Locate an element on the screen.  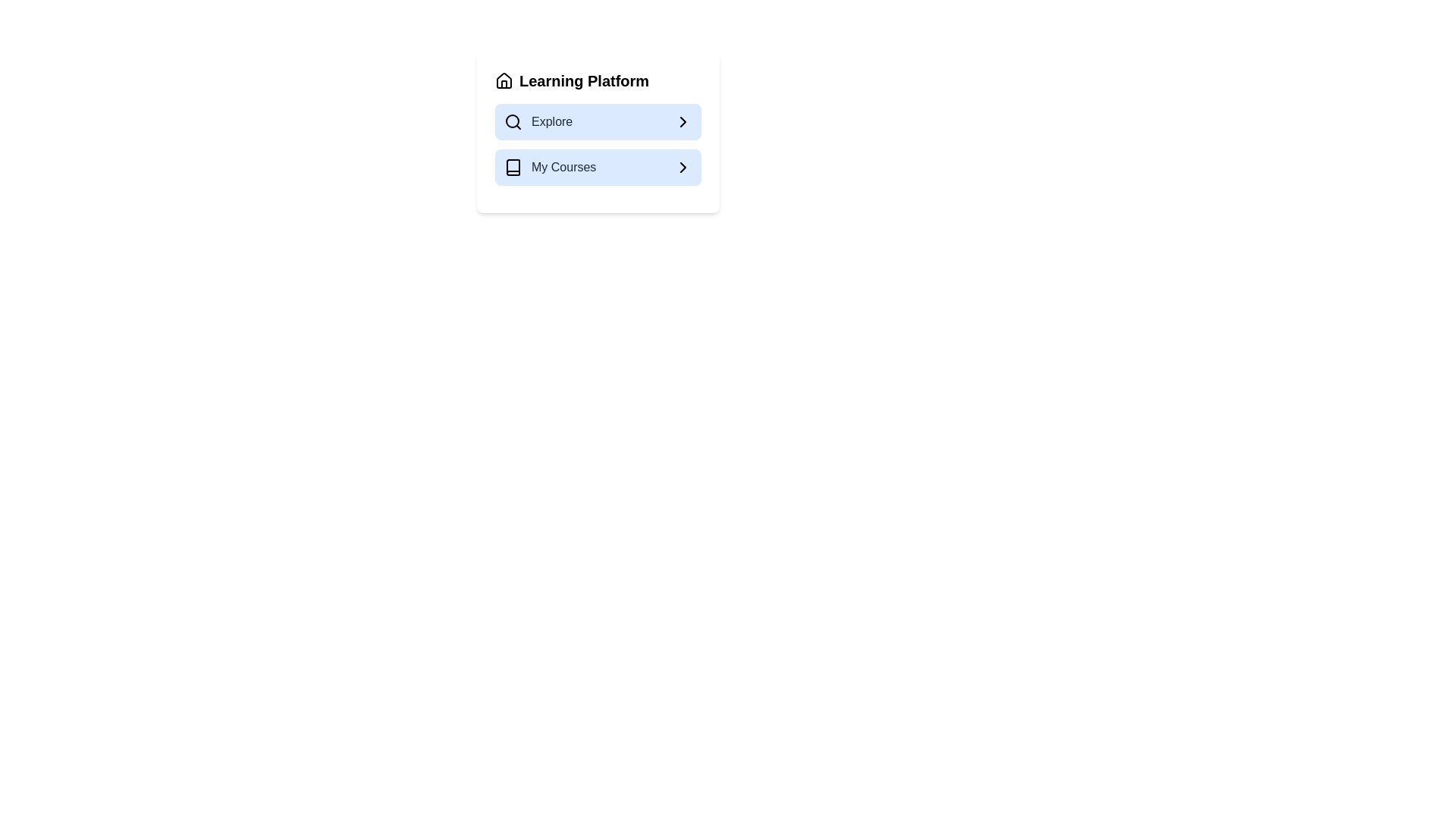
the 'My Courses' text and accompanying icon to trigger a visual response is located at coordinates (549, 167).